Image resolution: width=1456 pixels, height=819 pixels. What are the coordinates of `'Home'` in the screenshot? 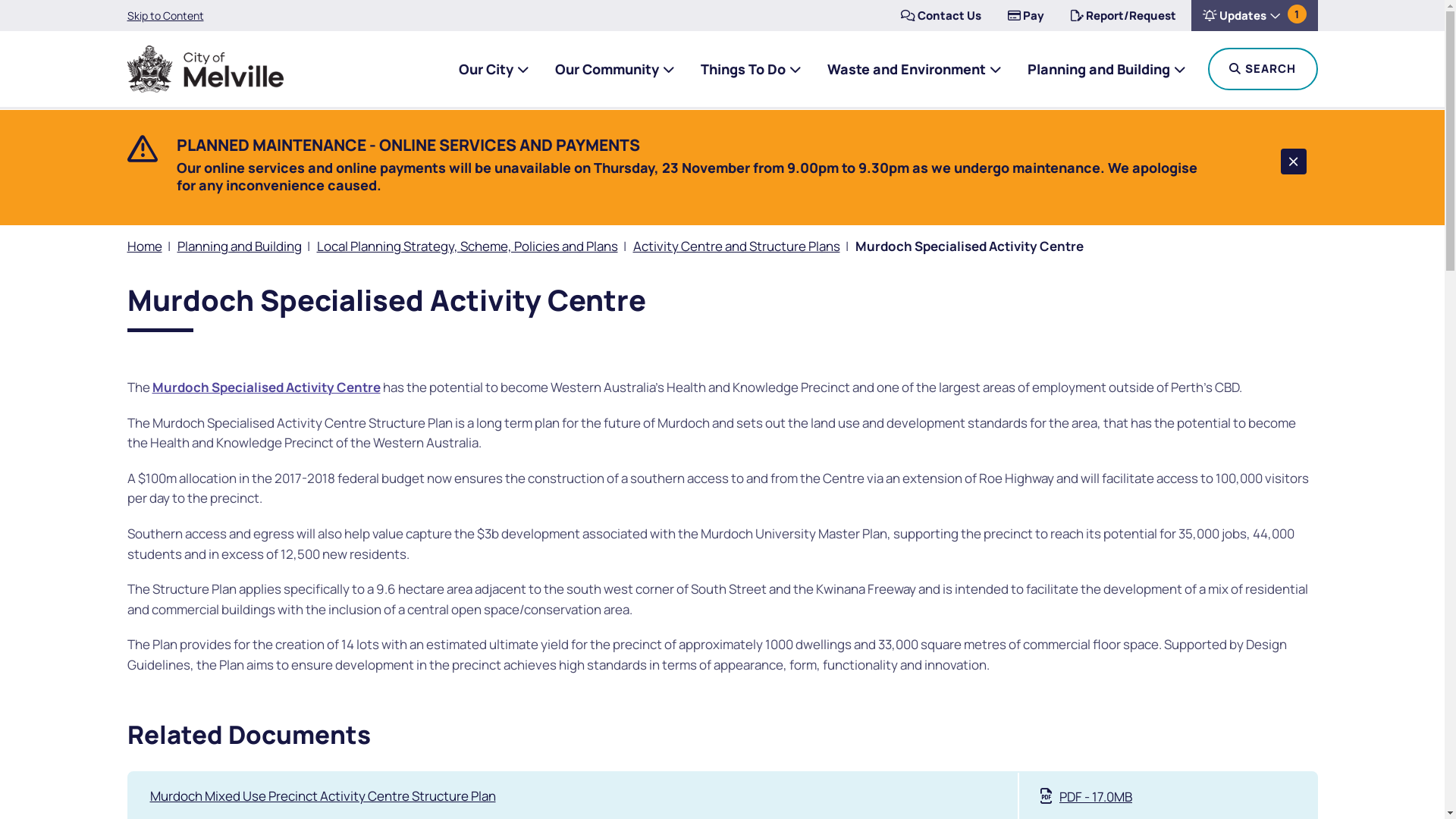 It's located at (145, 246).